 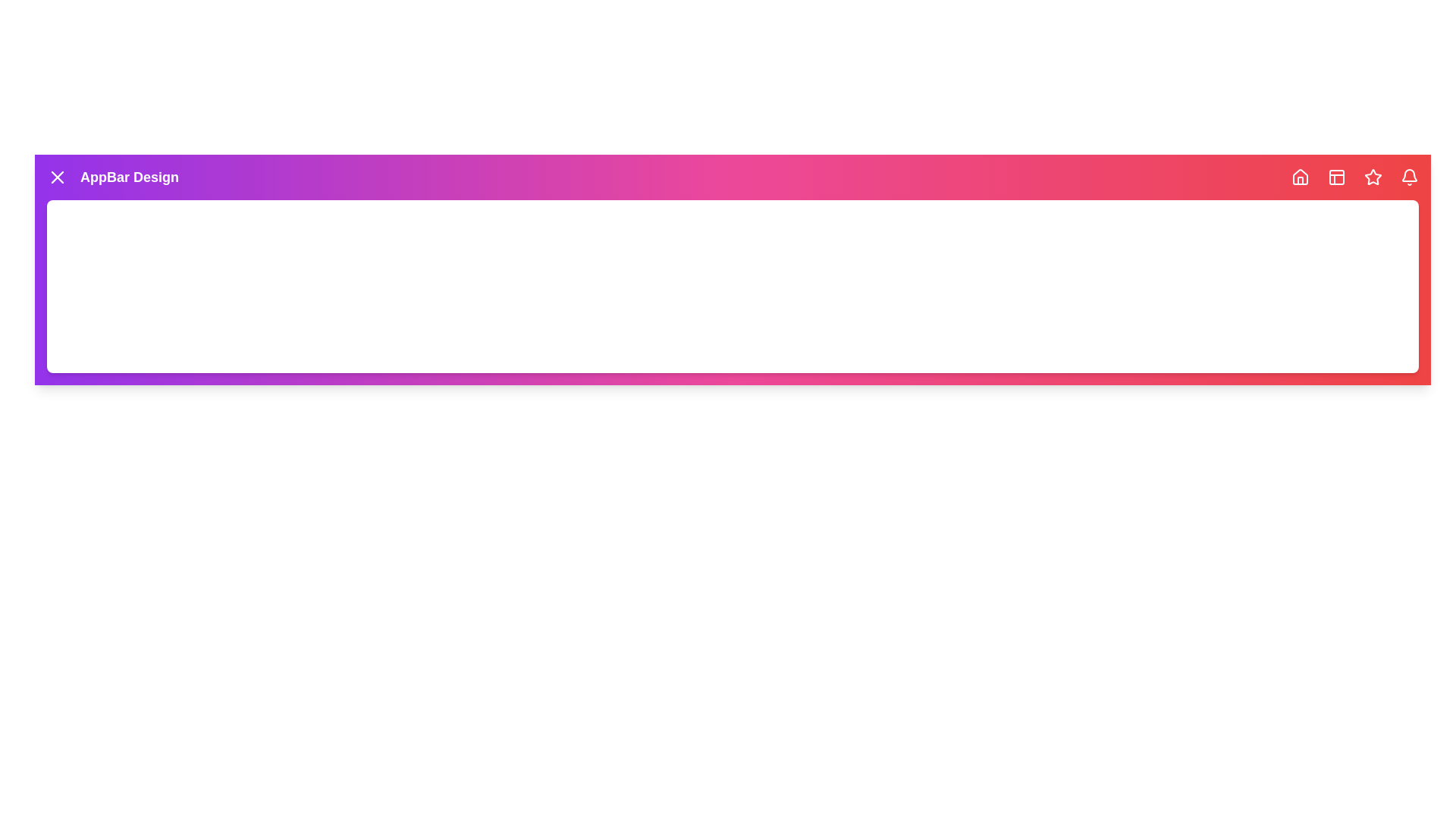 What do you see at coordinates (1373, 177) in the screenshot?
I see `the navigation icon Favorites` at bounding box center [1373, 177].